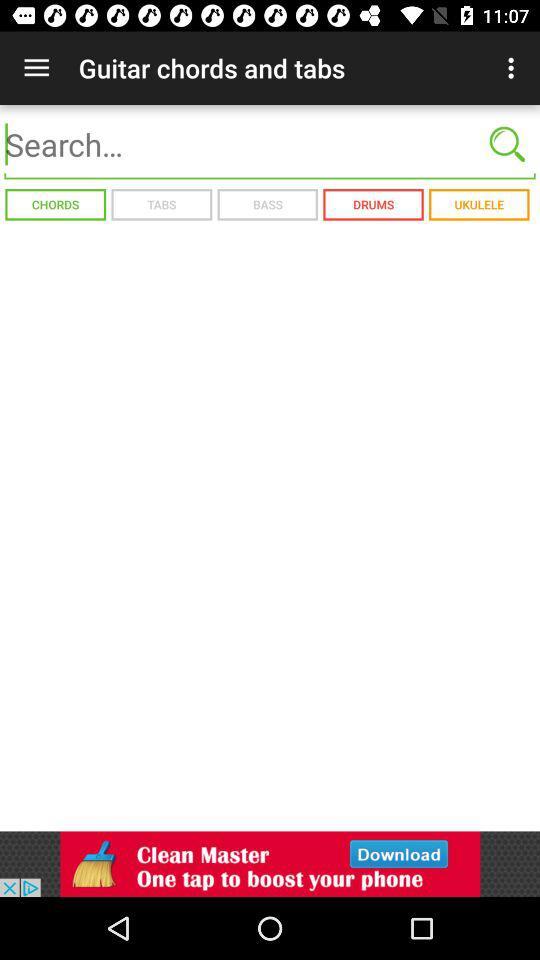 The height and width of the screenshot is (960, 540). What do you see at coordinates (270, 143) in the screenshot?
I see `search terms` at bounding box center [270, 143].